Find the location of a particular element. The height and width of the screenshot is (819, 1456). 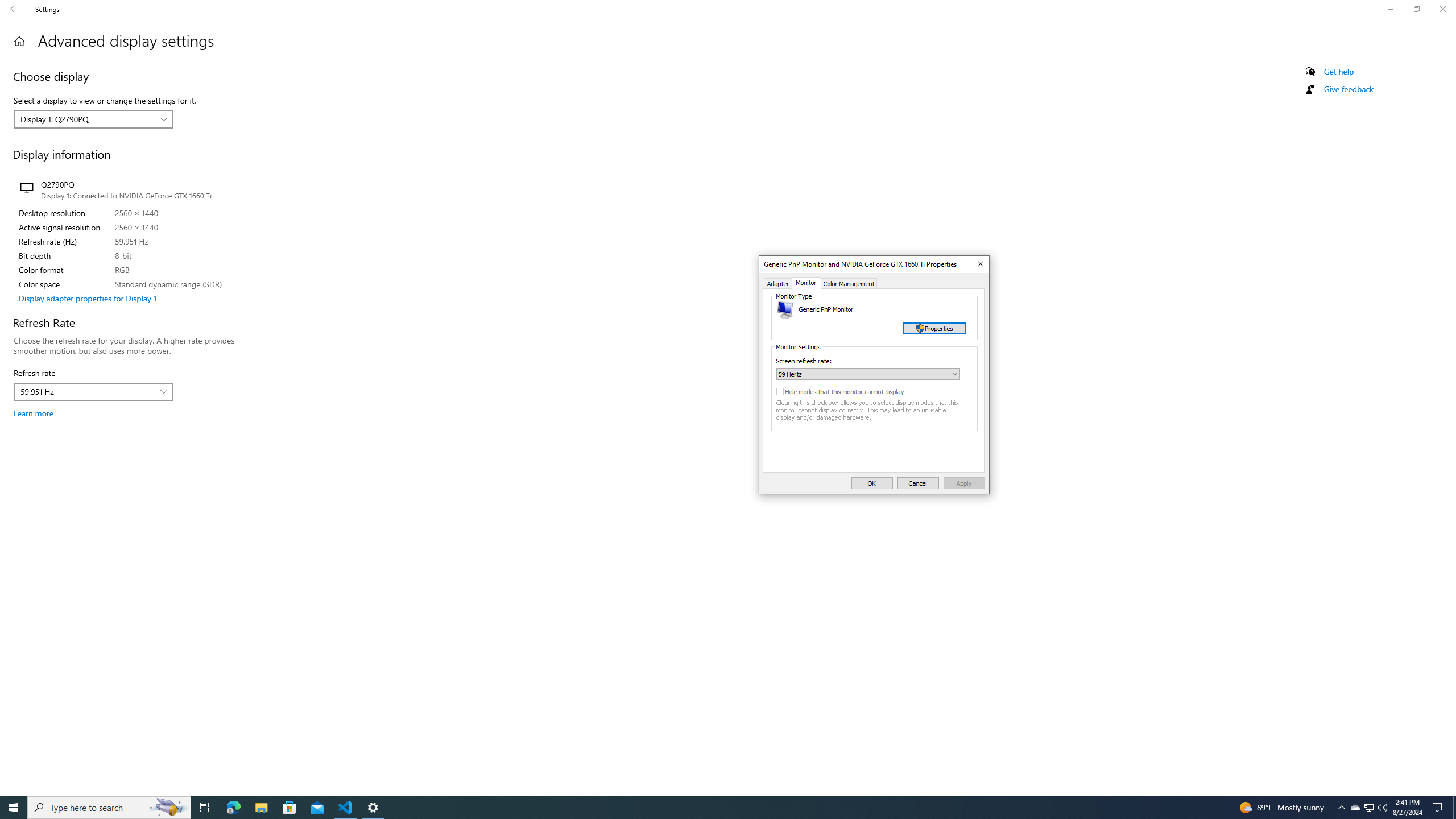

'Apply' is located at coordinates (964, 483).